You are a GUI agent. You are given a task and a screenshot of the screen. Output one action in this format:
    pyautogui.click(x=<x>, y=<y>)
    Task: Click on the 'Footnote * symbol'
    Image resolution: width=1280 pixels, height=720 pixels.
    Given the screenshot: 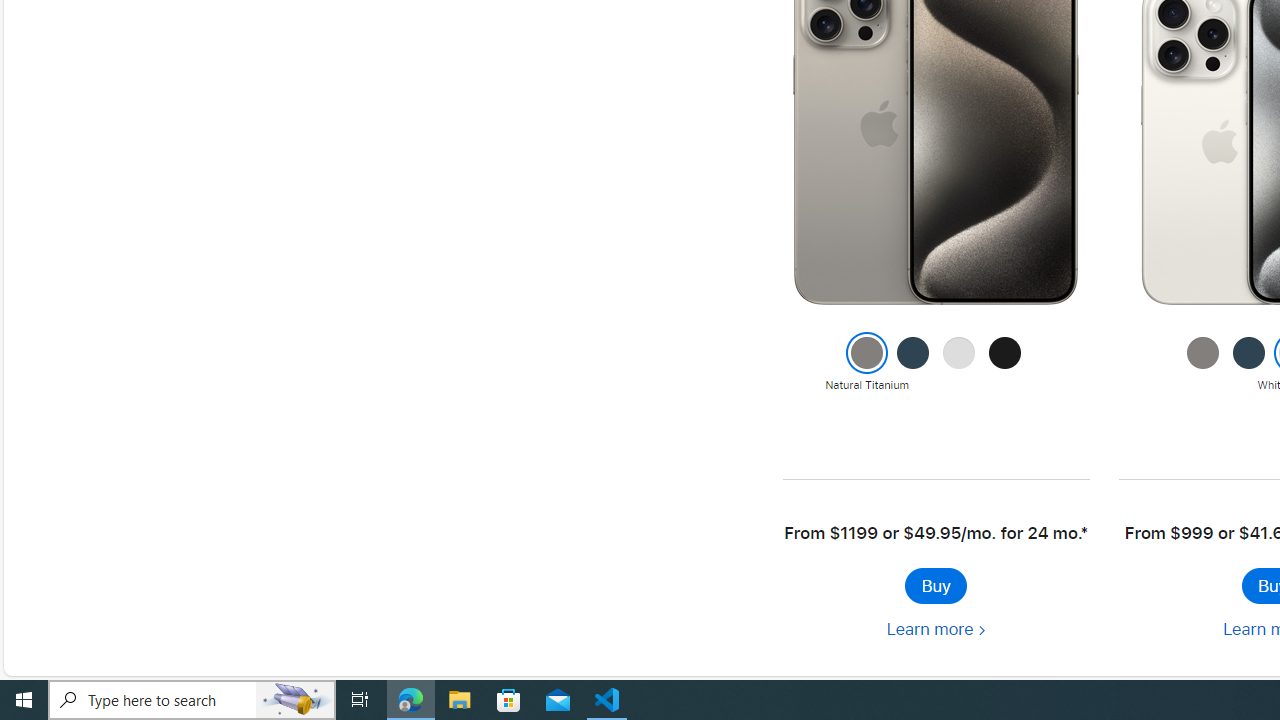 What is the action you would take?
    pyautogui.click(x=1083, y=532)
    